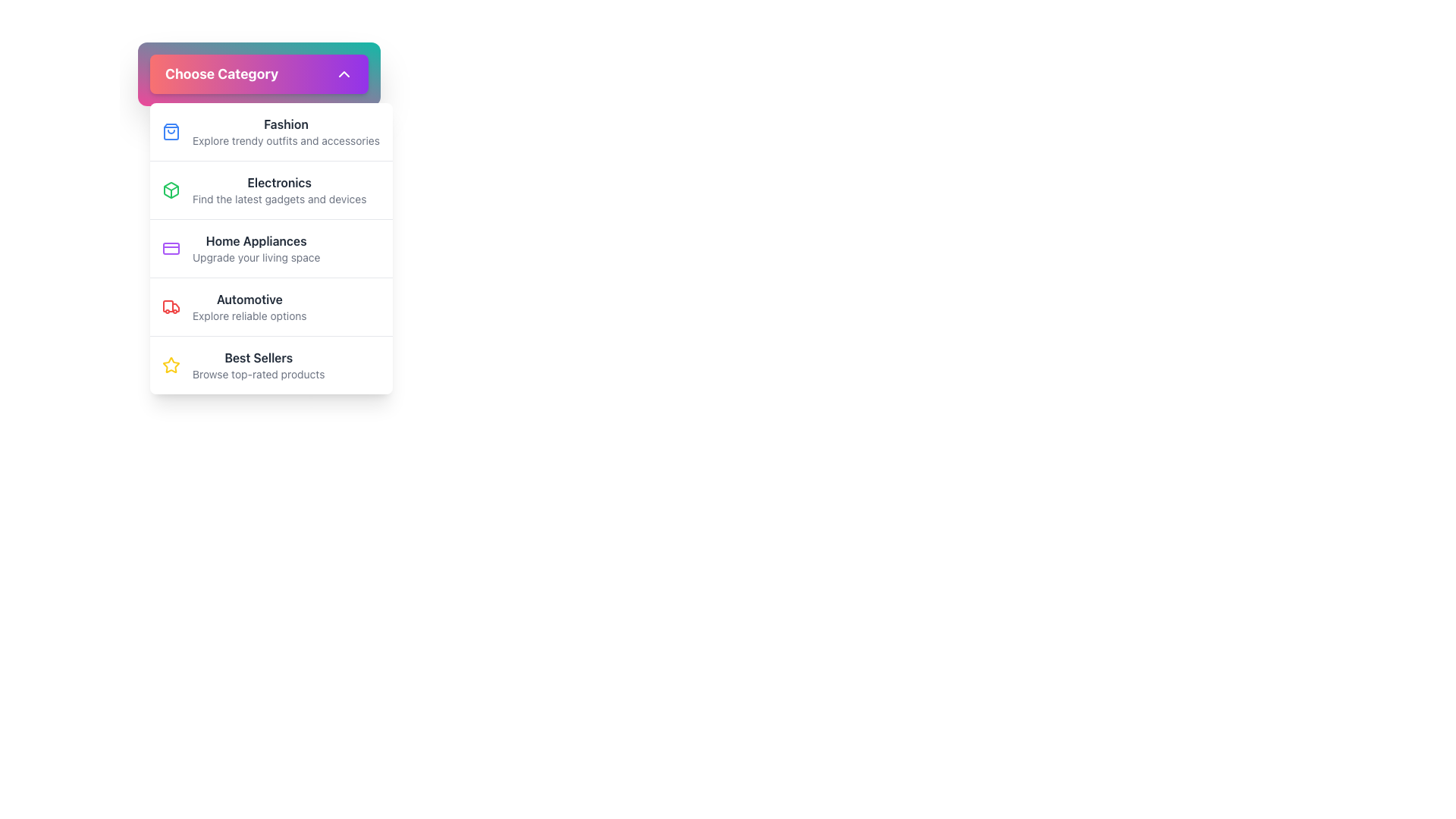 The image size is (1456, 819). I want to click on the yellow star icon located in the drop-down menu under the 'Best Sellers' category to interact with the category, so click(171, 366).